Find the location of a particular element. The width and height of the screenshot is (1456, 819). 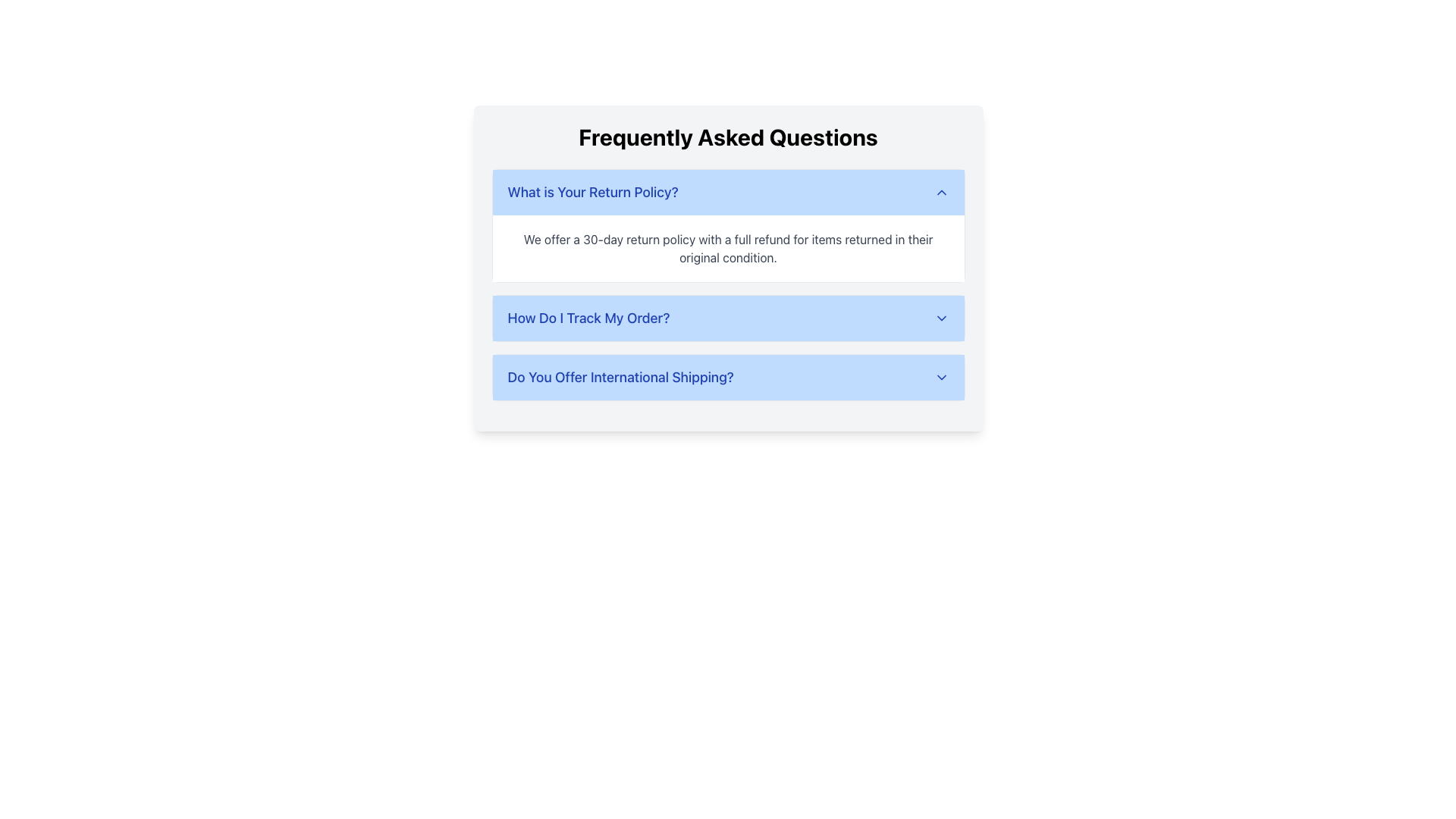

the small upward-pointing chevron icon located to the right of the text 'What is Your Return Policy?' in the header is located at coordinates (940, 192).